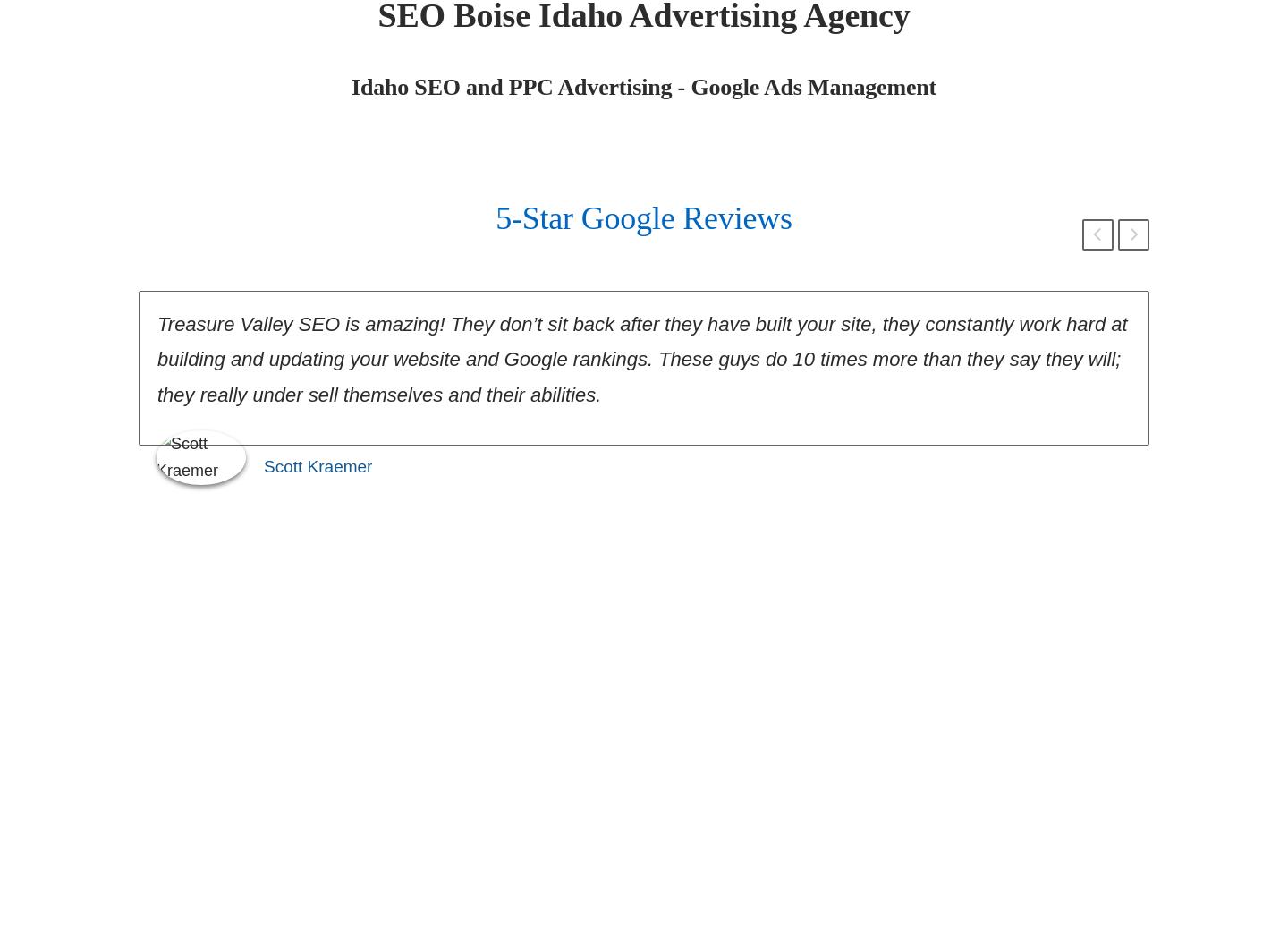 The image size is (1288, 944). What do you see at coordinates (641, 359) in the screenshot?
I see `'Treasure Valley SEO is amazing! They don’t sit back after they have built your site, they constantly work hard at building and updating your website and Google rankings. These guys do 10 times more than they say they will; they really under sell themselves and their abilities.'` at bounding box center [641, 359].